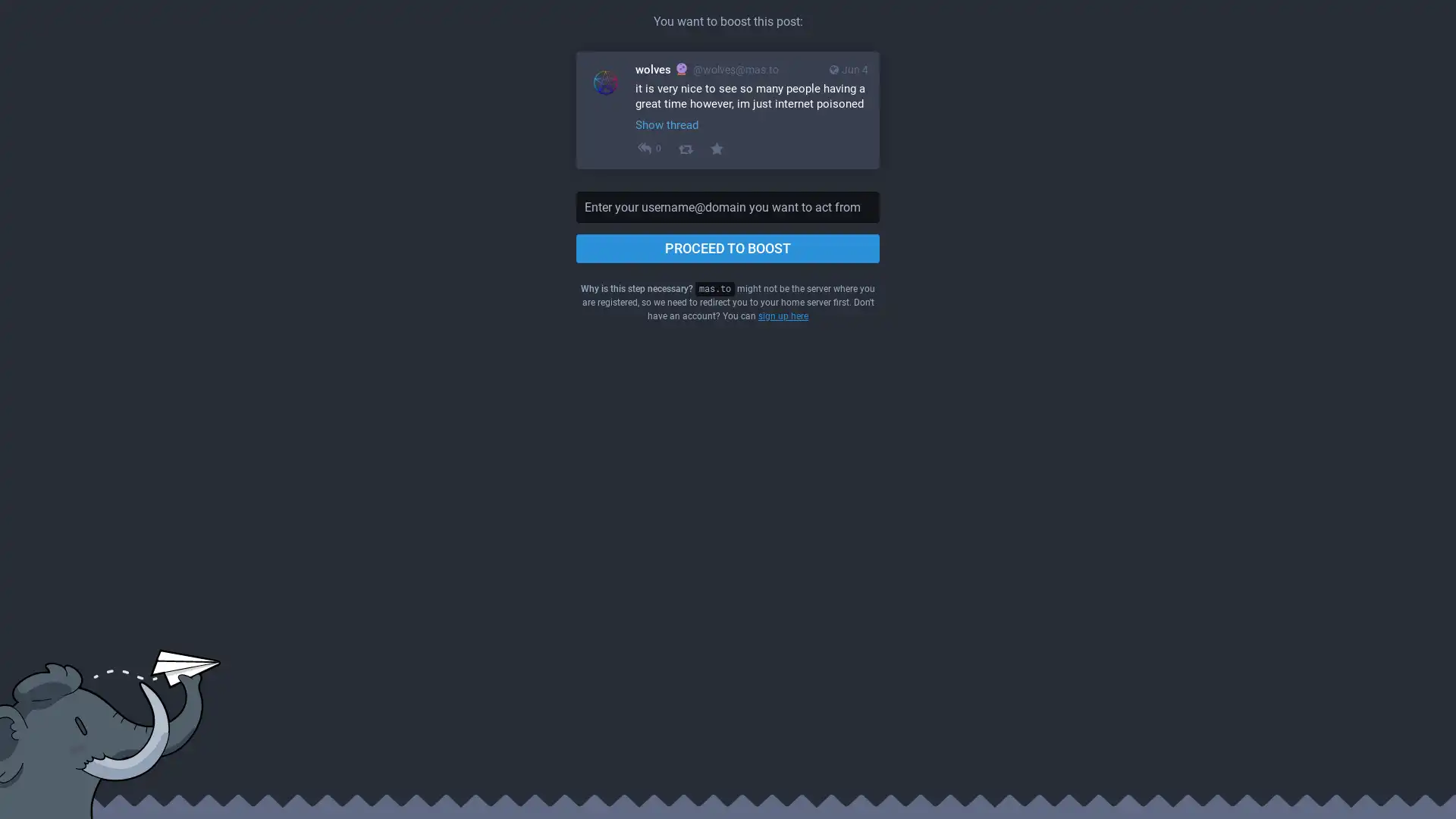  What do you see at coordinates (728, 247) in the screenshot?
I see `PROCEED TO BOOST` at bounding box center [728, 247].